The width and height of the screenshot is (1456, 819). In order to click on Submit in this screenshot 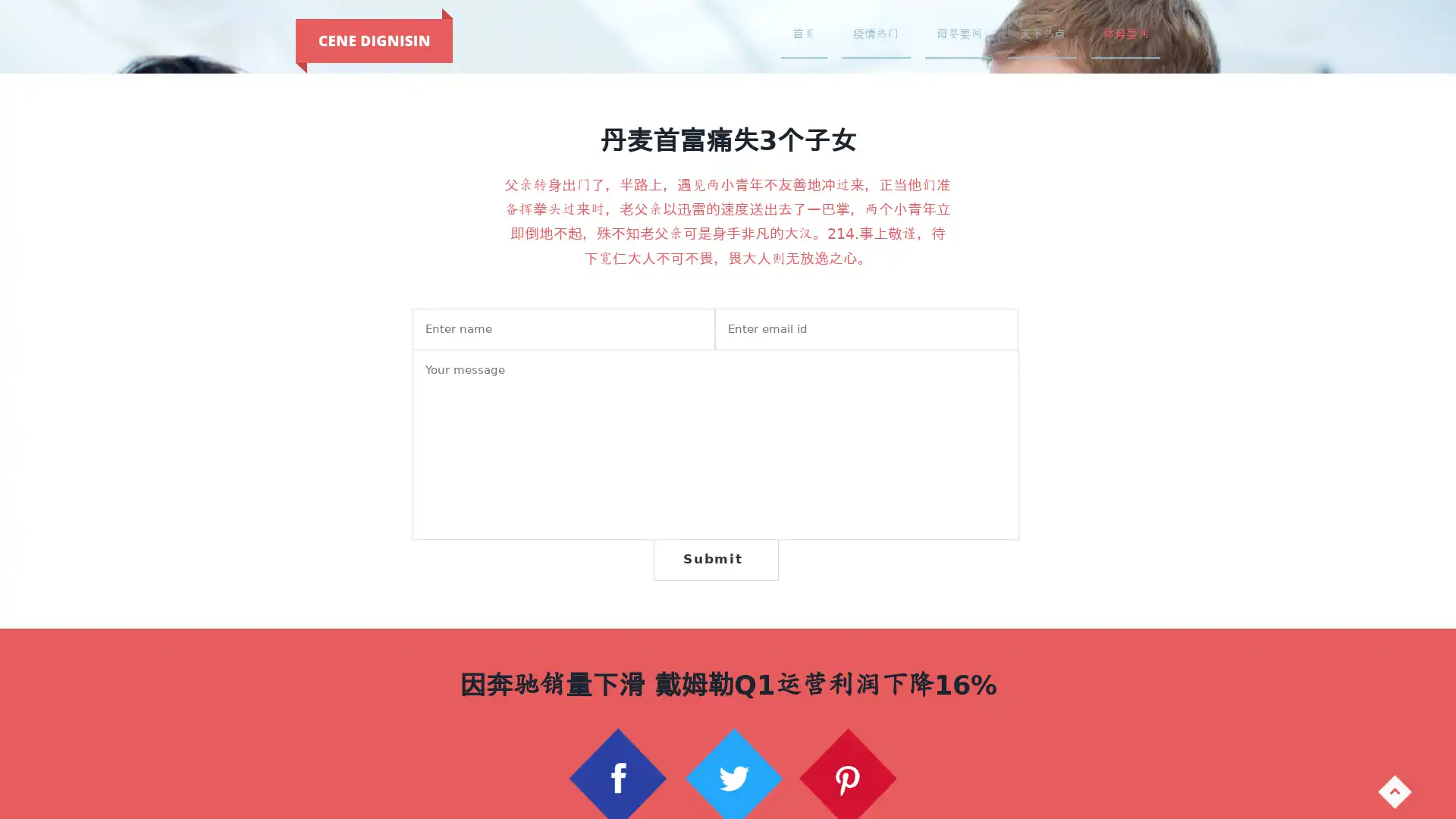, I will do `click(714, 559)`.